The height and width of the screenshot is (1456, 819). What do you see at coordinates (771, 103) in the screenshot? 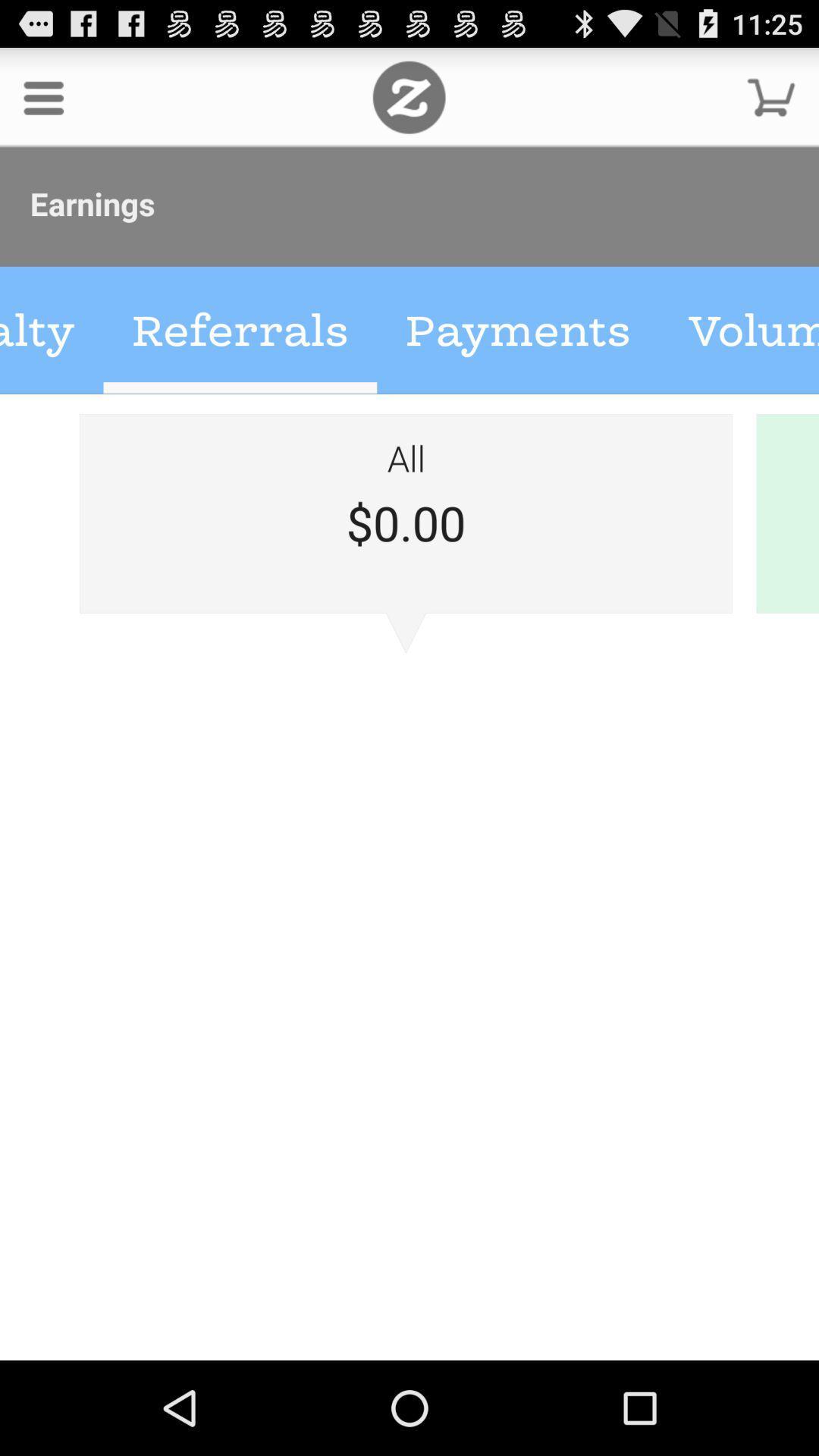
I see `the cart icon` at bounding box center [771, 103].